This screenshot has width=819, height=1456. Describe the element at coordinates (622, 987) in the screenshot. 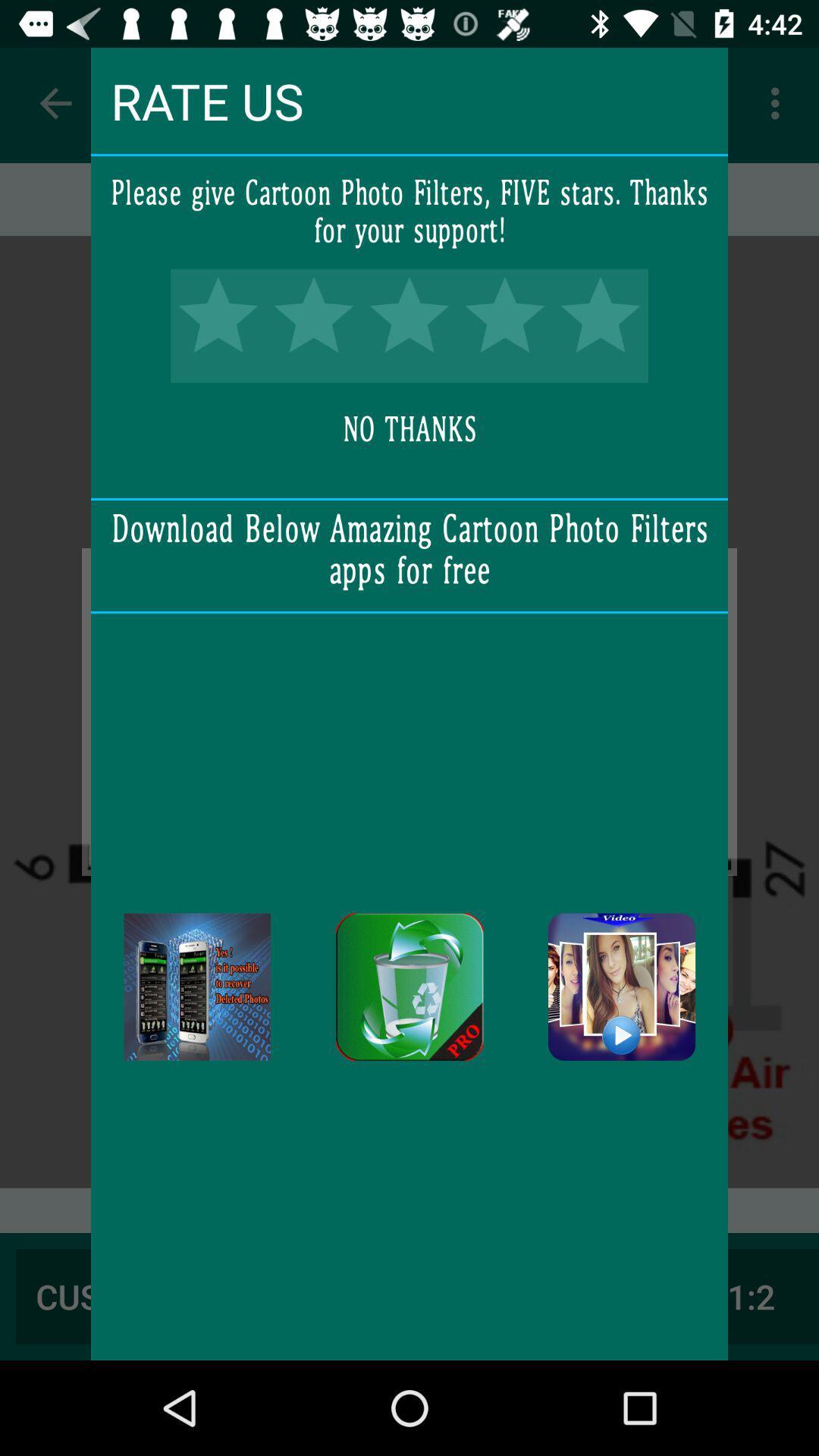

I see `download` at that location.